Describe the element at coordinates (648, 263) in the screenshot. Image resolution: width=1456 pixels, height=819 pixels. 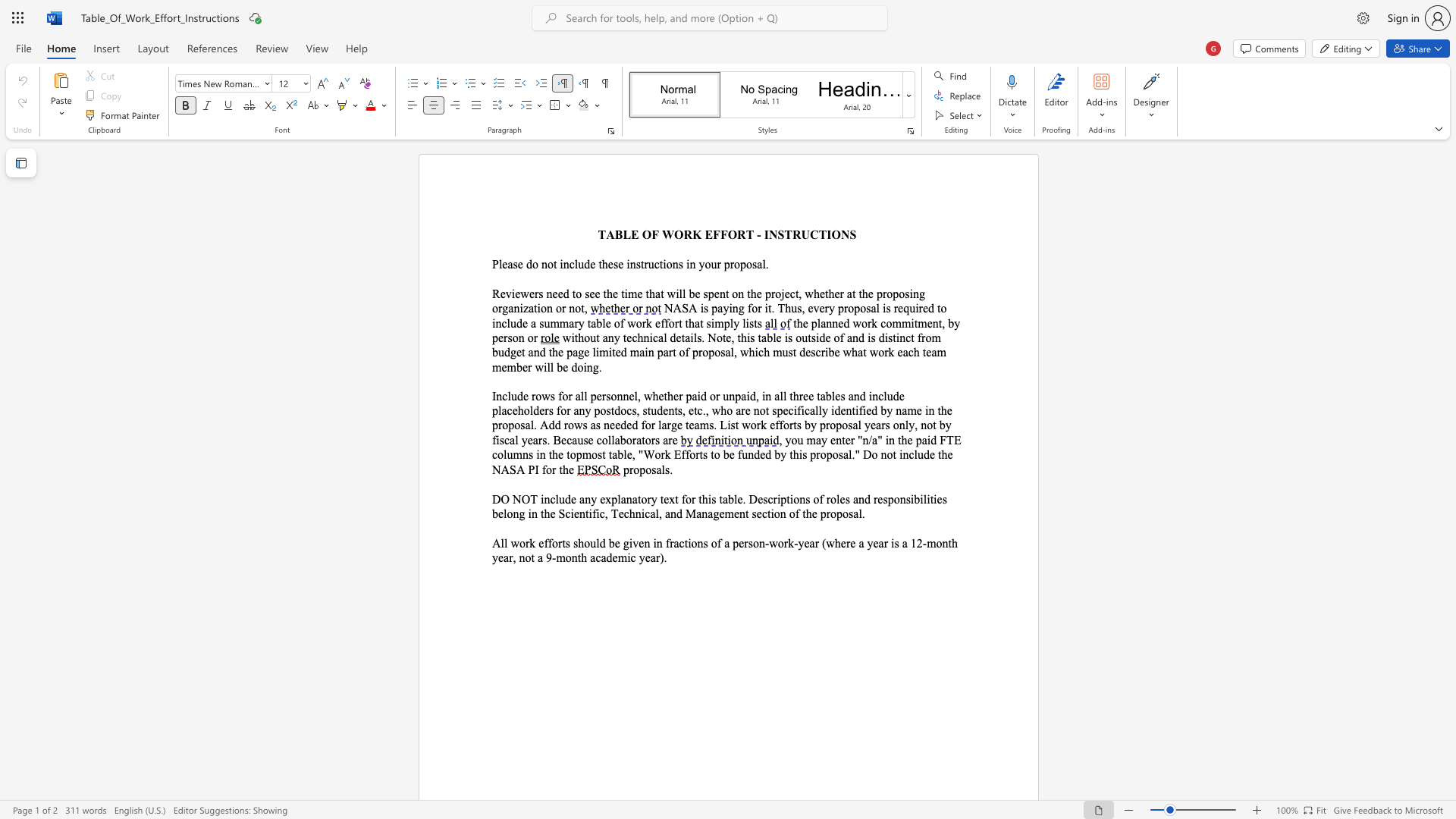
I see `the space between the continuous character "r" and "u" in the text` at that location.